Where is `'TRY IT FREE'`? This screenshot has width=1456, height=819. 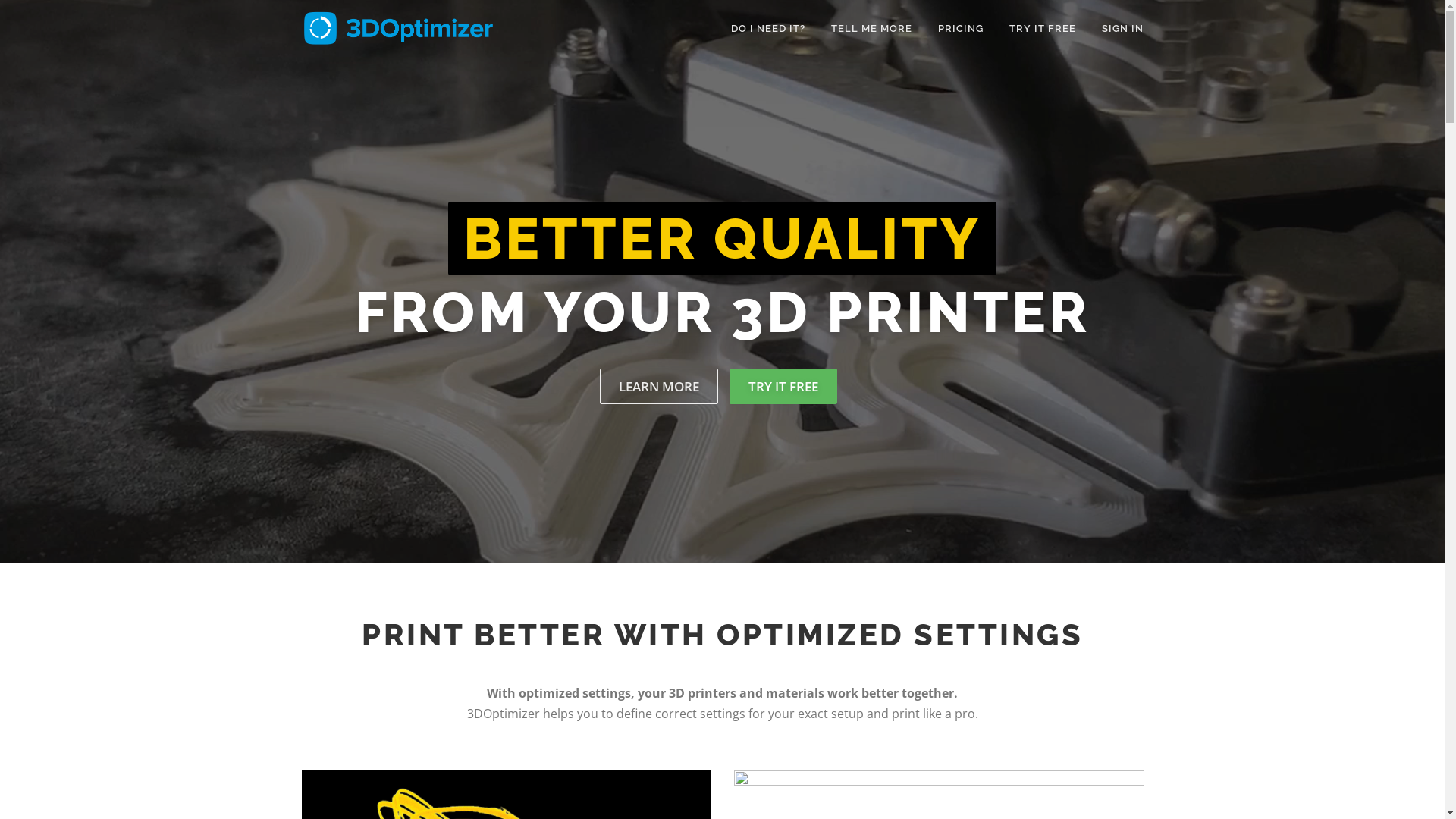 'TRY IT FREE' is located at coordinates (1041, 28).